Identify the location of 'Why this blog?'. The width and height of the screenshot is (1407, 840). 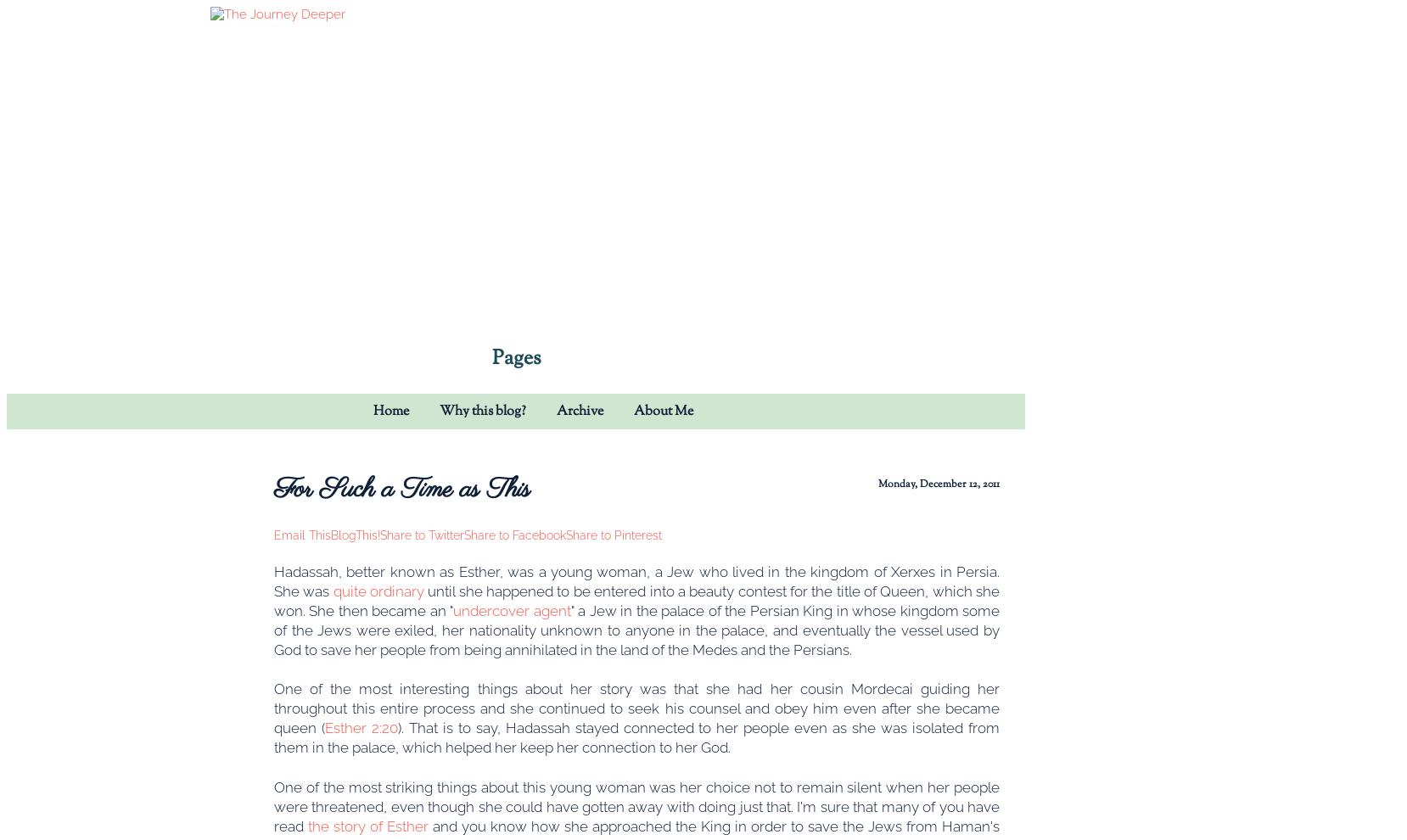
(481, 411).